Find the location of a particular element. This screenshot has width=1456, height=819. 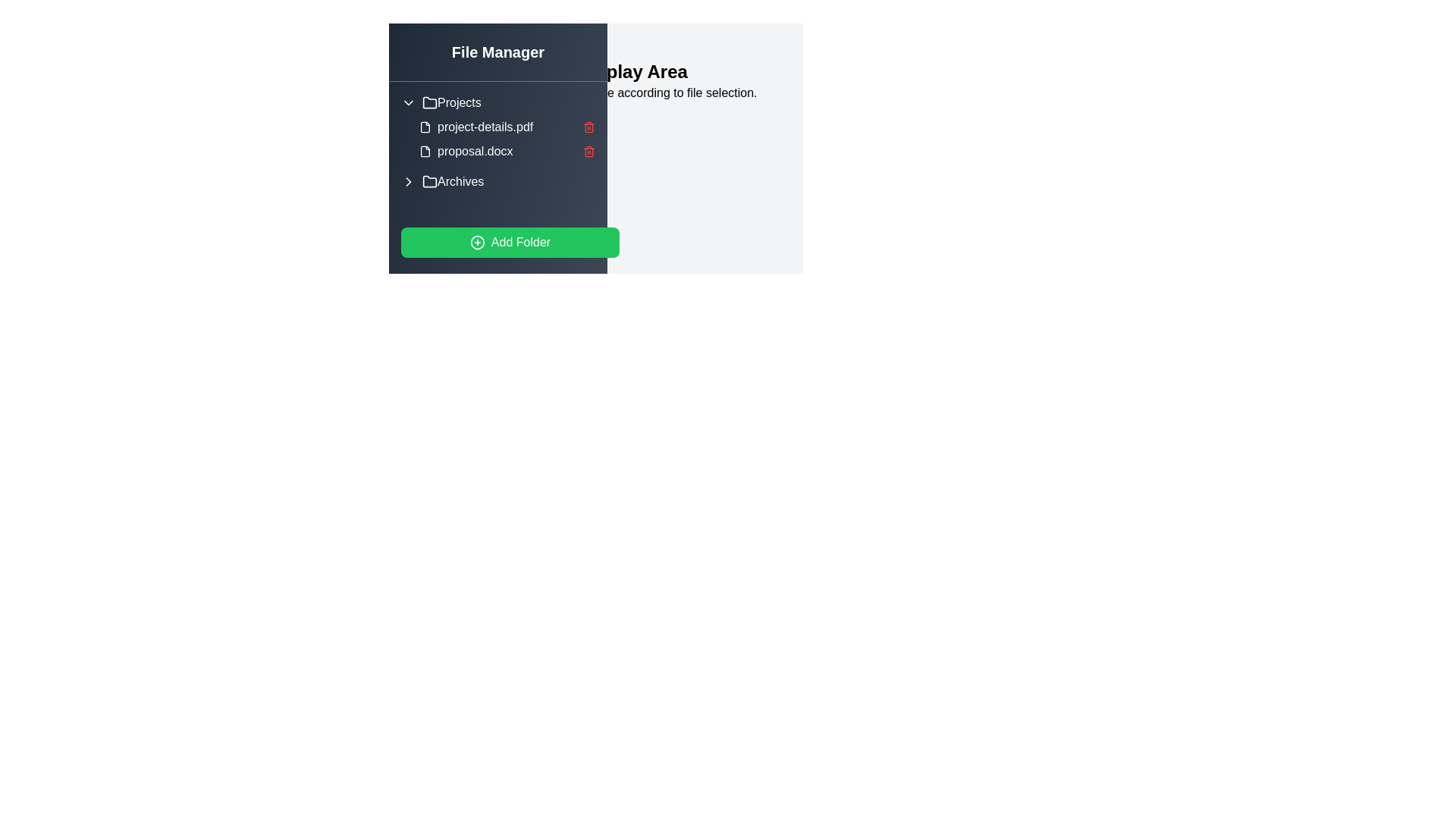

the circular shape of the 'Add Folder' button, which is part of a green-colored plus-symbol icon located at the bottom of the file management panel is located at coordinates (476, 242).